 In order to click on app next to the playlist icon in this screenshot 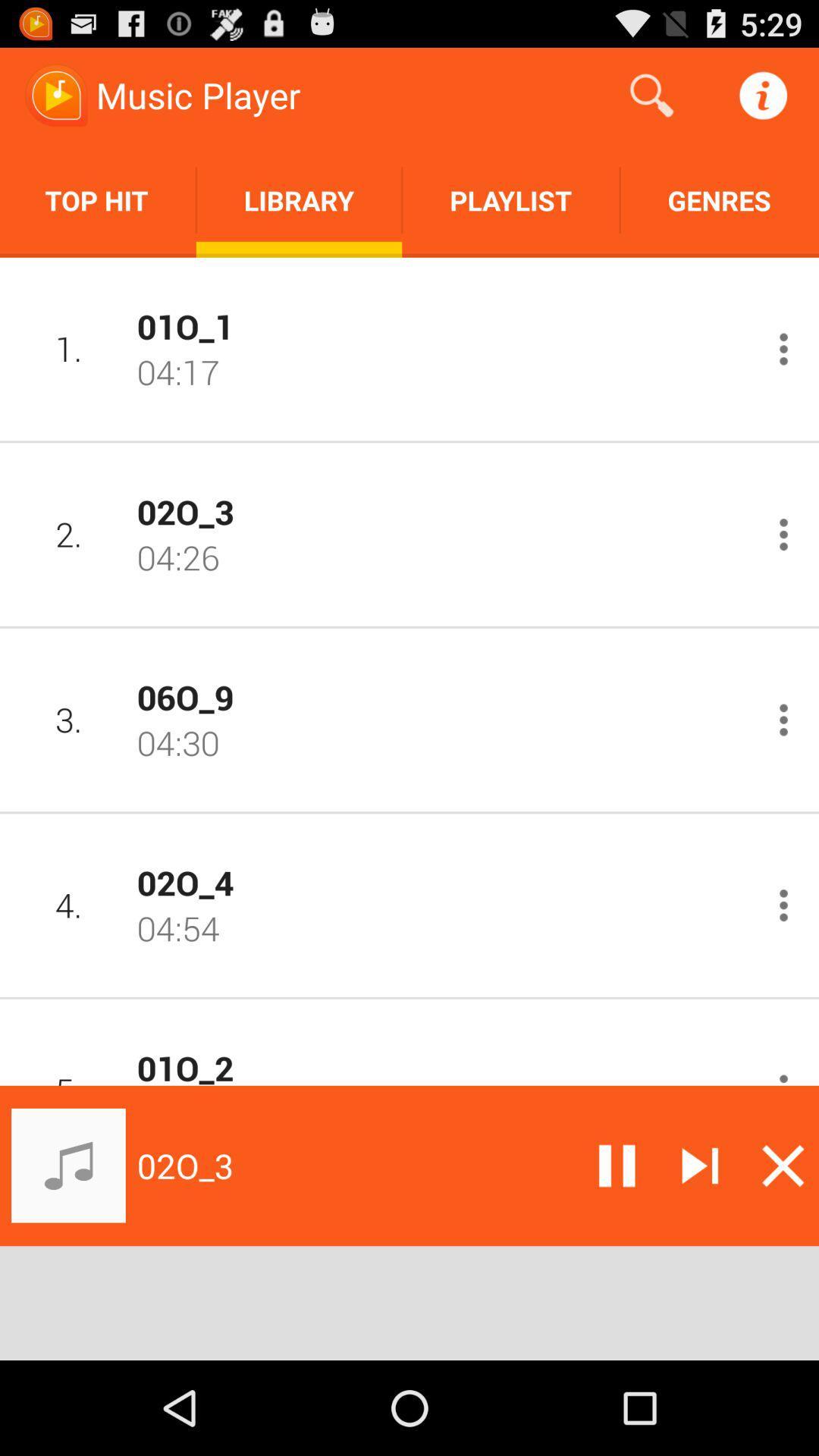, I will do `click(299, 199)`.